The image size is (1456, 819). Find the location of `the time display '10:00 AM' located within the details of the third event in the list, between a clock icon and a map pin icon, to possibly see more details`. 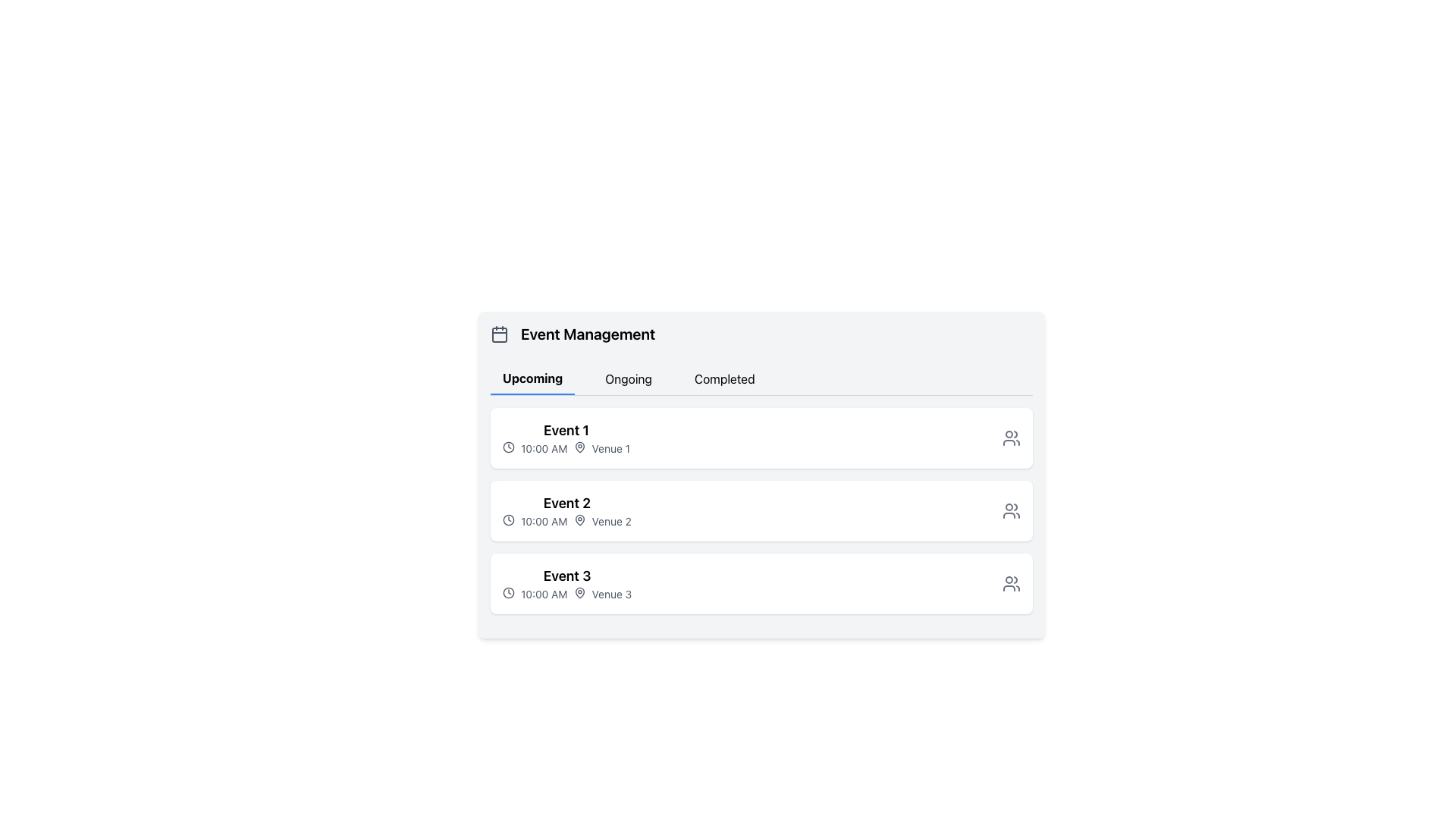

the time display '10:00 AM' located within the details of the third event in the list, between a clock icon and a map pin icon, to possibly see more details is located at coordinates (544, 593).